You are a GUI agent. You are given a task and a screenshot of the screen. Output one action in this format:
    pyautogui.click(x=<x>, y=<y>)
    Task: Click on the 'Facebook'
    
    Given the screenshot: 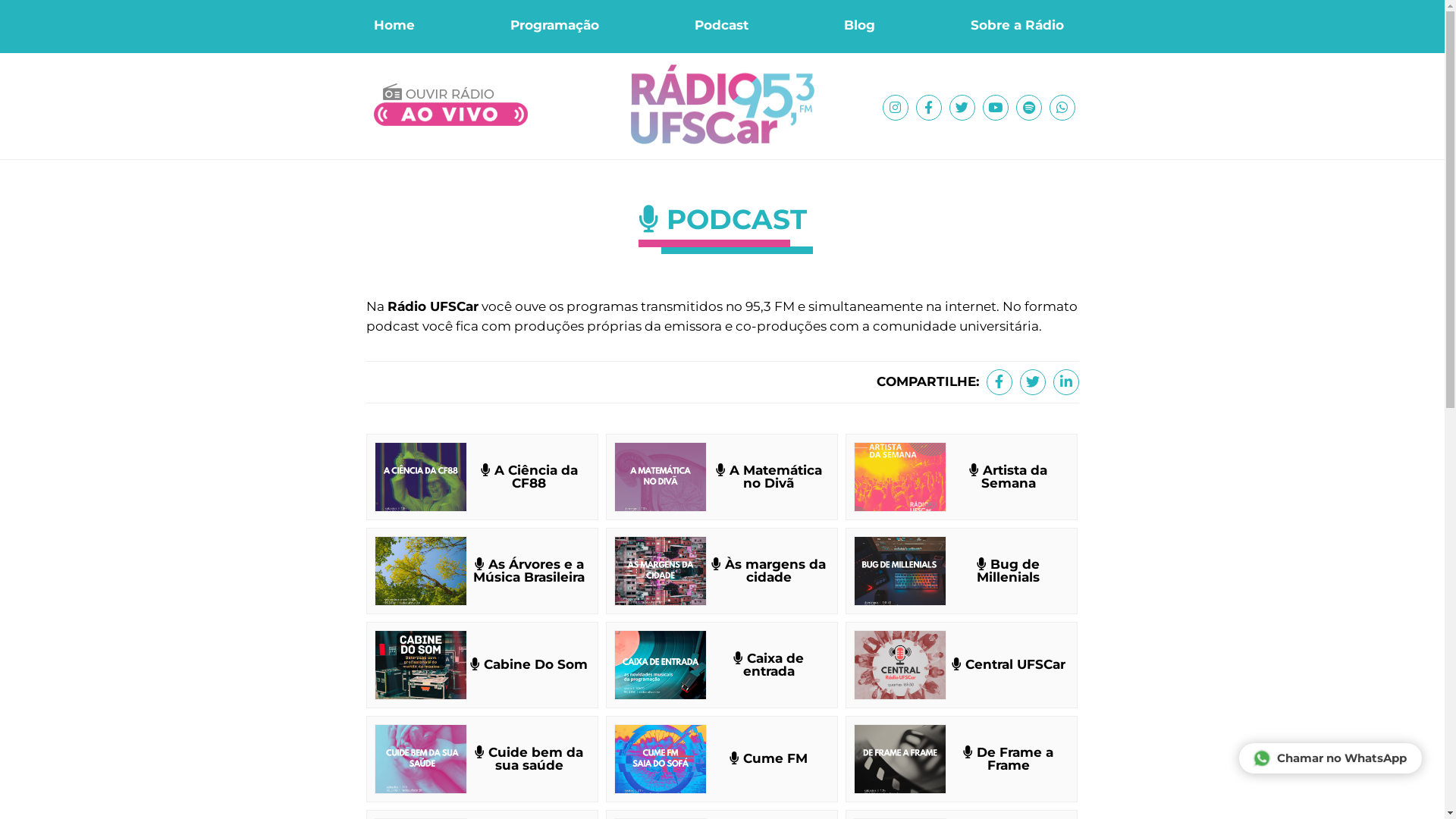 What is the action you would take?
    pyautogui.click(x=998, y=381)
    